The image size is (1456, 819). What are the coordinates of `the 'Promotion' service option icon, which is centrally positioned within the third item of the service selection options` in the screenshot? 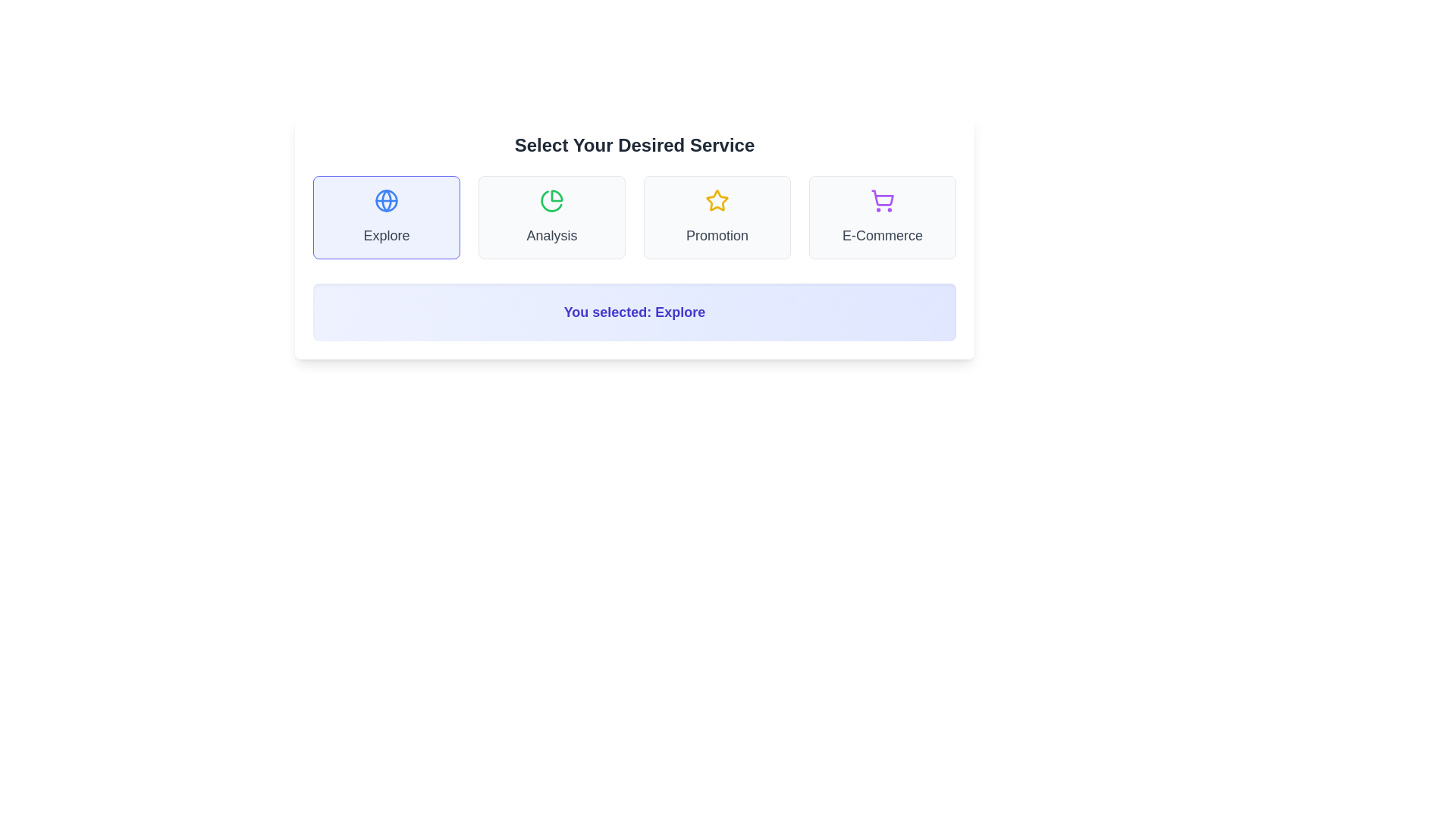 It's located at (716, 199).